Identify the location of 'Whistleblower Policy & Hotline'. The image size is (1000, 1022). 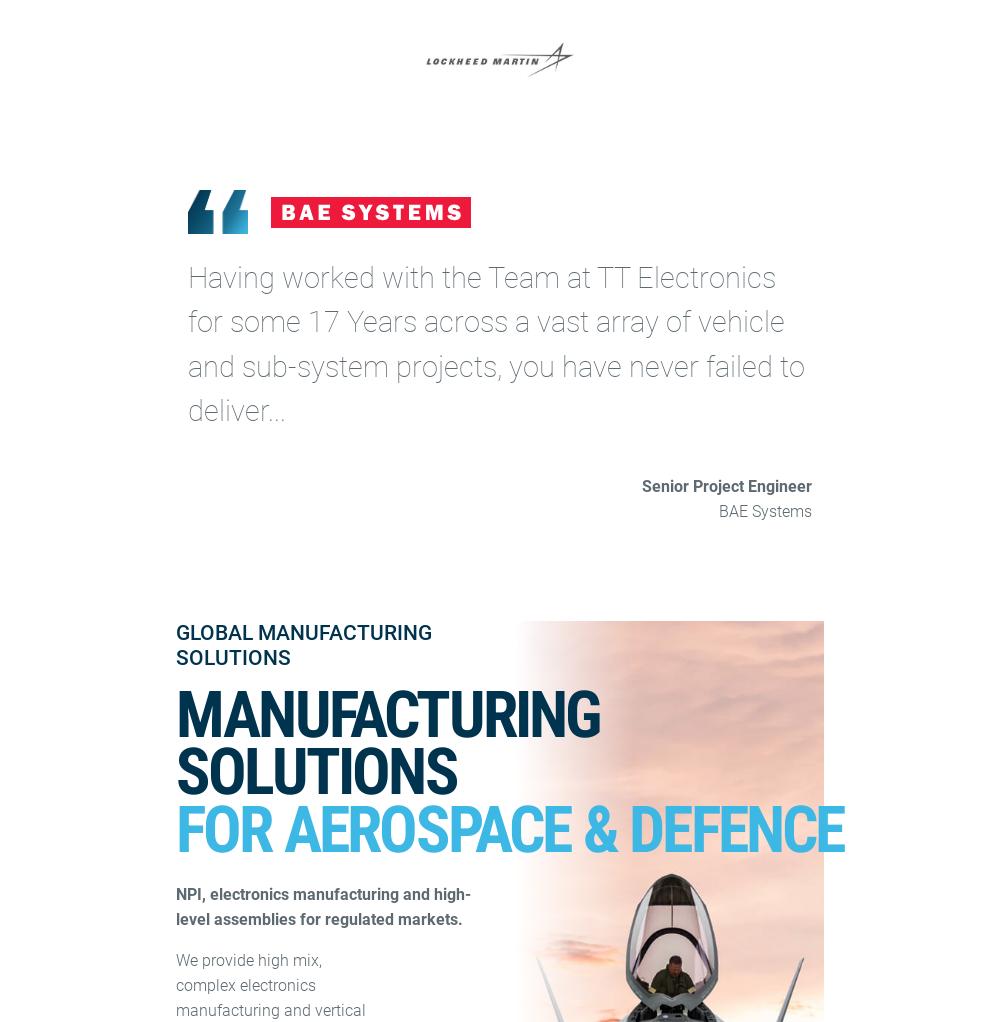
(618, 312).